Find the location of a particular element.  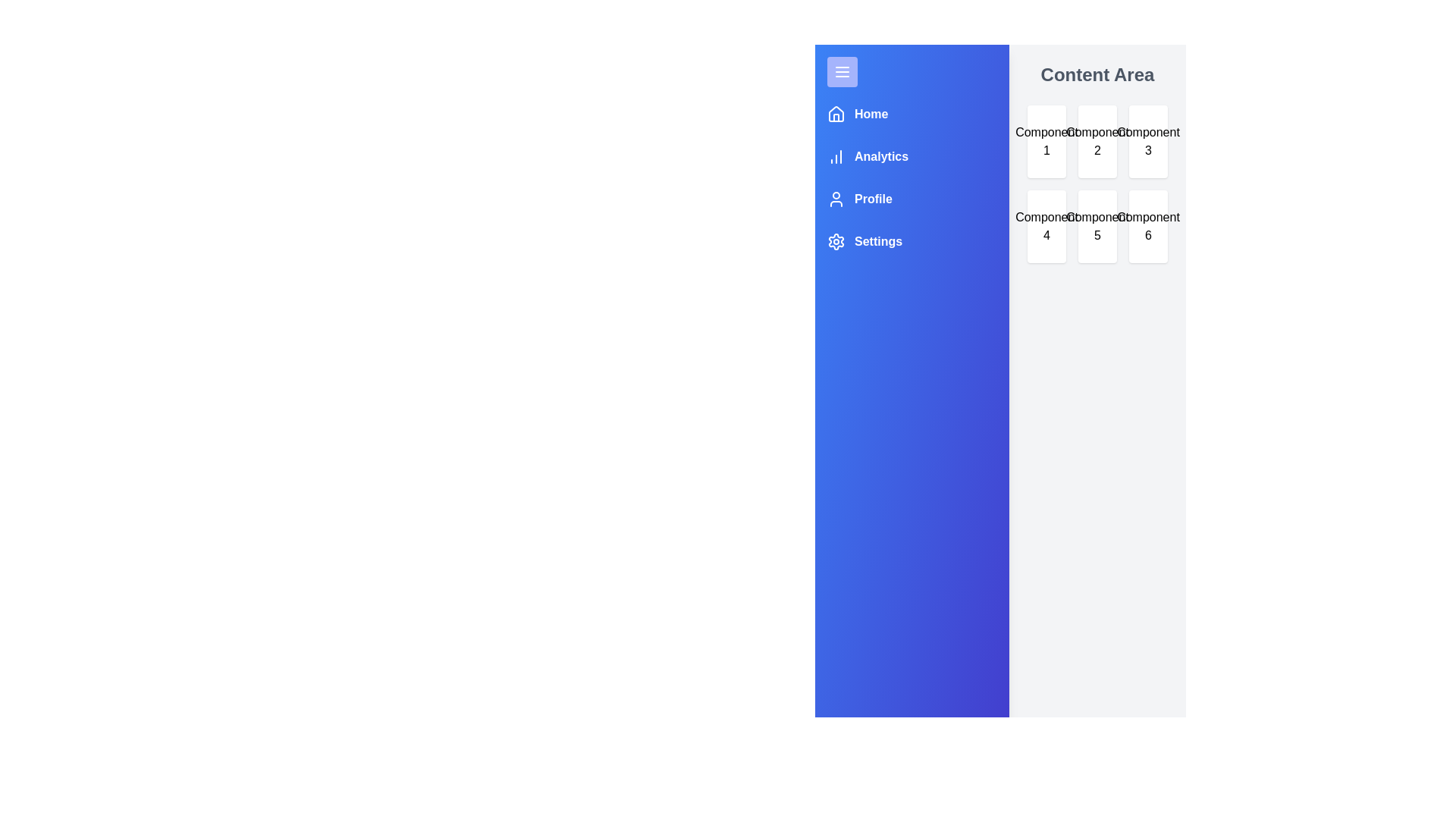

the menu item Settings to view its tooltip is located at coordinates (865, 241).